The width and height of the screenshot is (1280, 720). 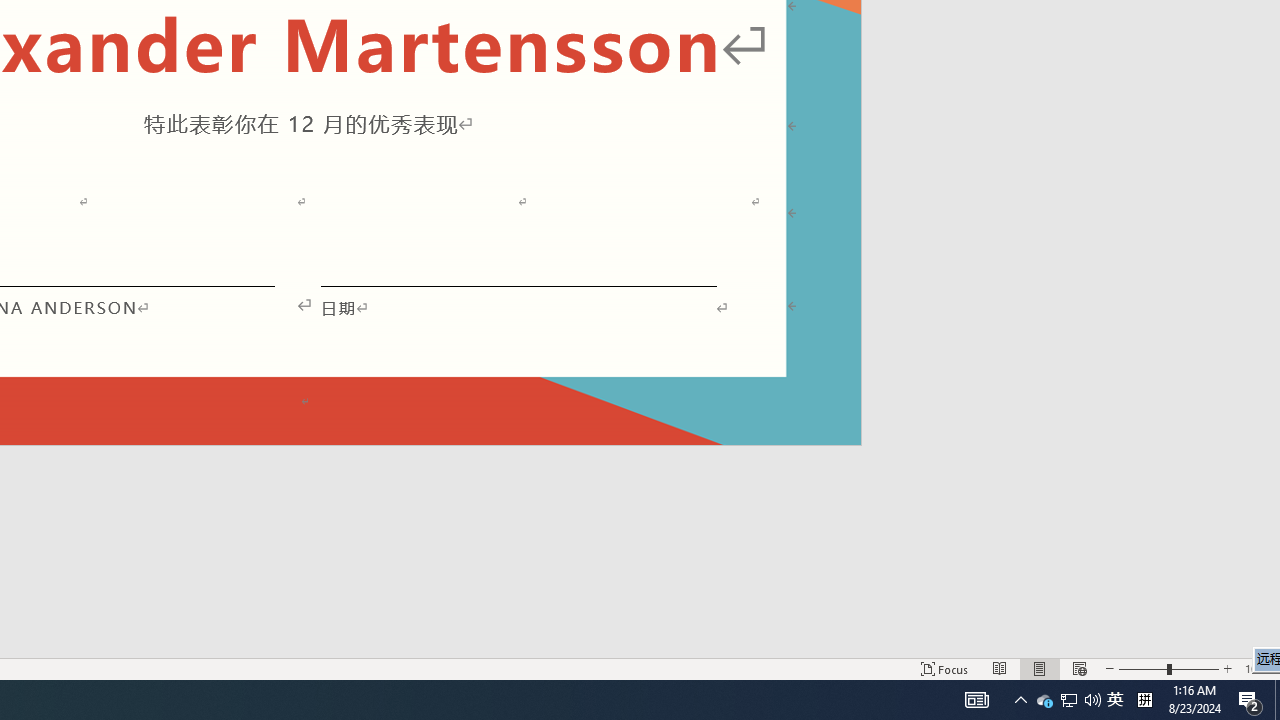 I want to click on 'Action Center, 2 new notifications', so click(x=1250, y=698).